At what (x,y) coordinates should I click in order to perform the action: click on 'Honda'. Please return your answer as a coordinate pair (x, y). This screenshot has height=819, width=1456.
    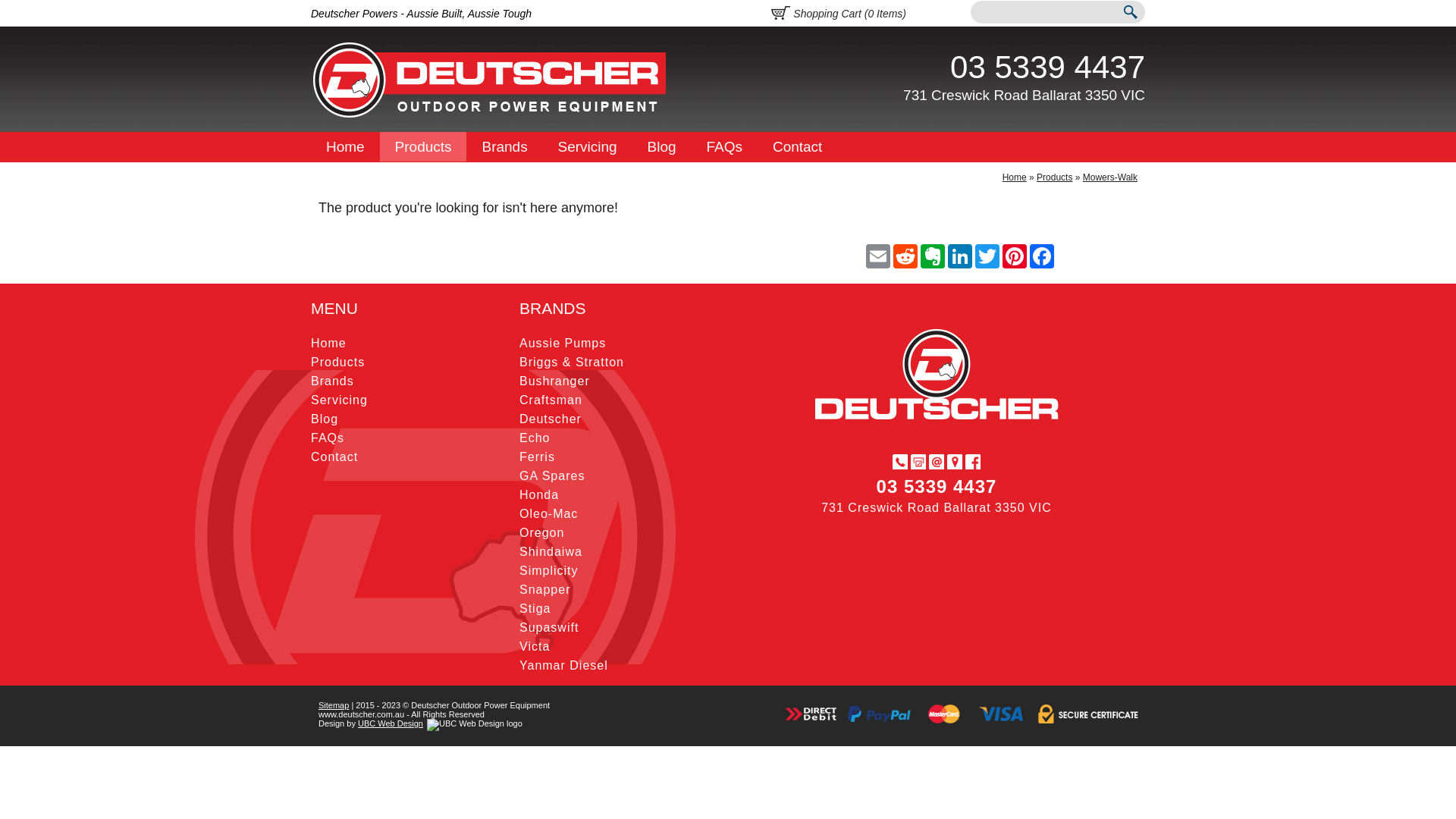
    Looking at the image, I should click on (538, 494).